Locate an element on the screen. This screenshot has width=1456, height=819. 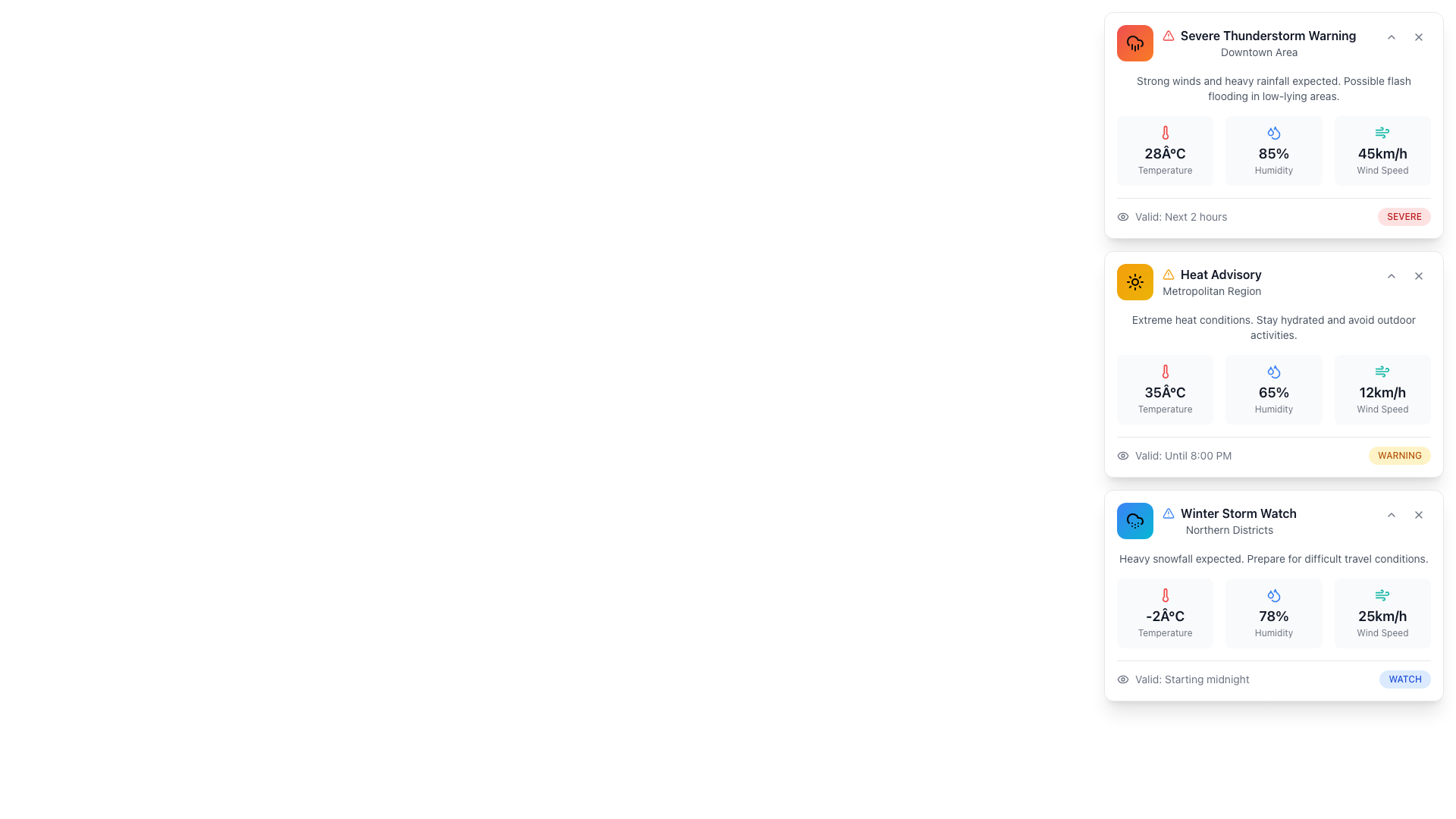
the temperature and humidity data points in the Information Card located beneath the 'Severe Thunderstorm Warning' card and above the 'Winter Storm Watch' card is located at coordinates (1274, 388).